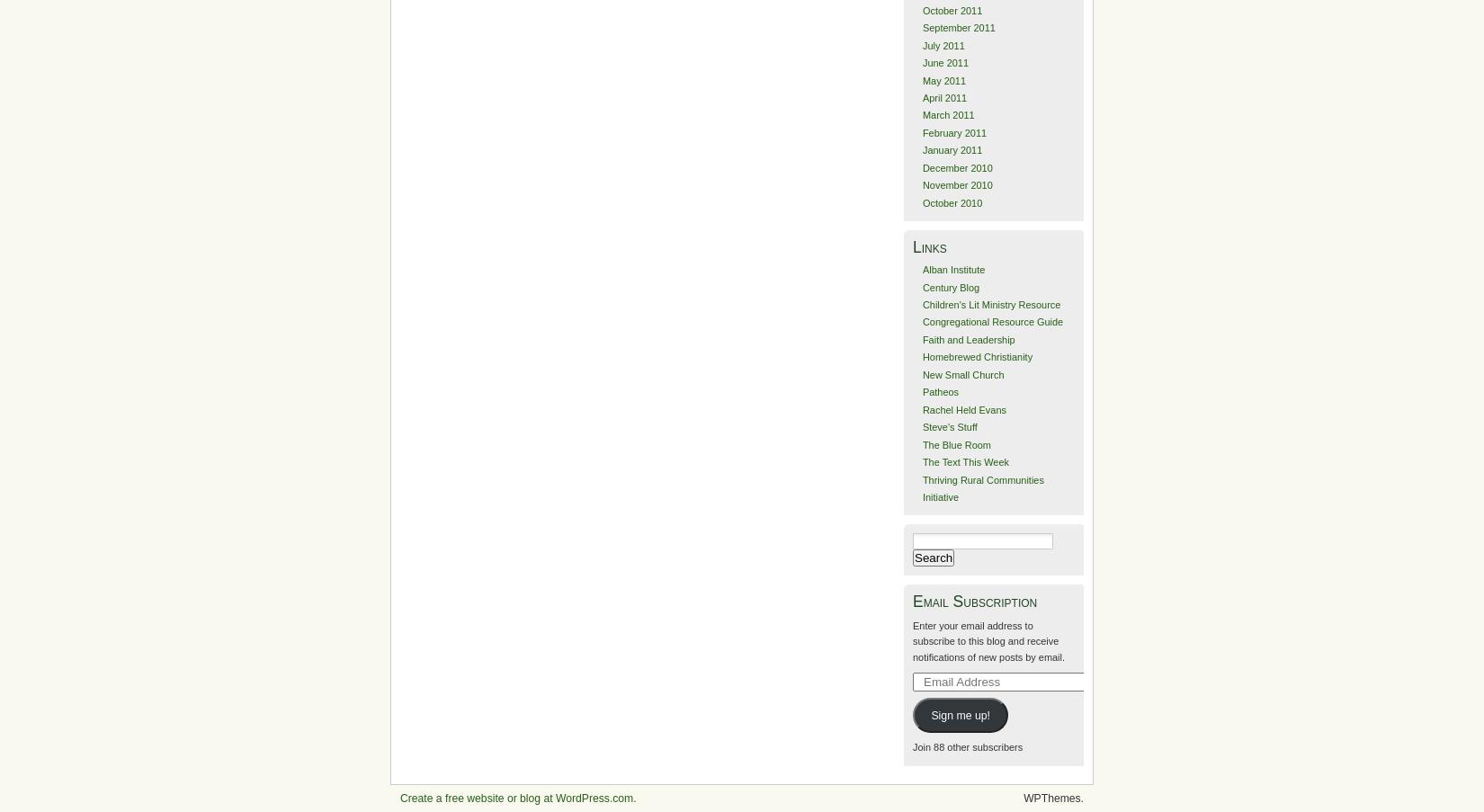  What do you see at coordinates (921, 44) in the screenshot?
I see `'July 2011'` at bounding box center [921, 44].